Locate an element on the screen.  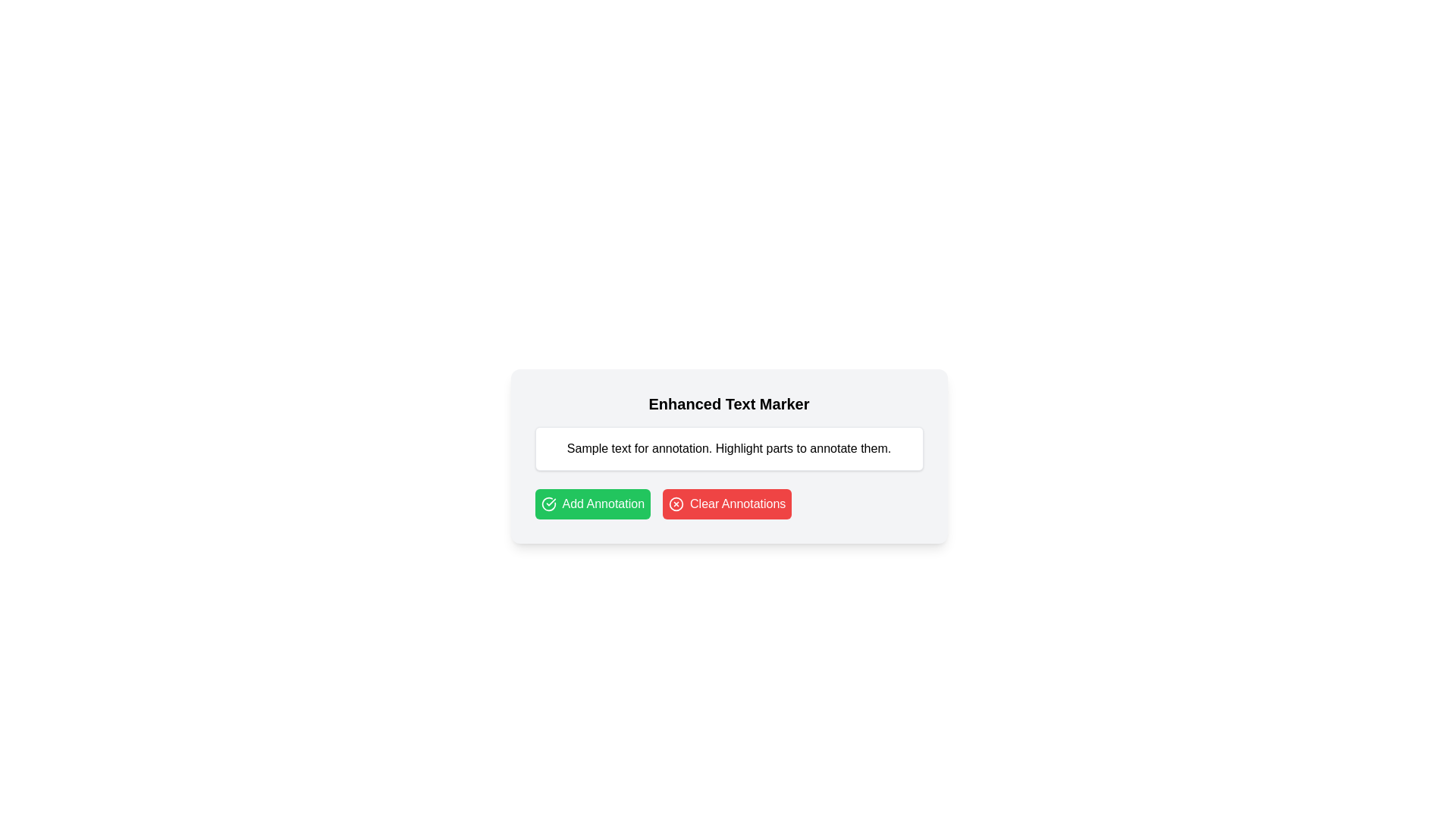
the lowercase letter 'h' in the word 'them' within the paragraph 'Sample text for annotation. Highlight parts to annotate them.' is located at coordinates (867, 447).